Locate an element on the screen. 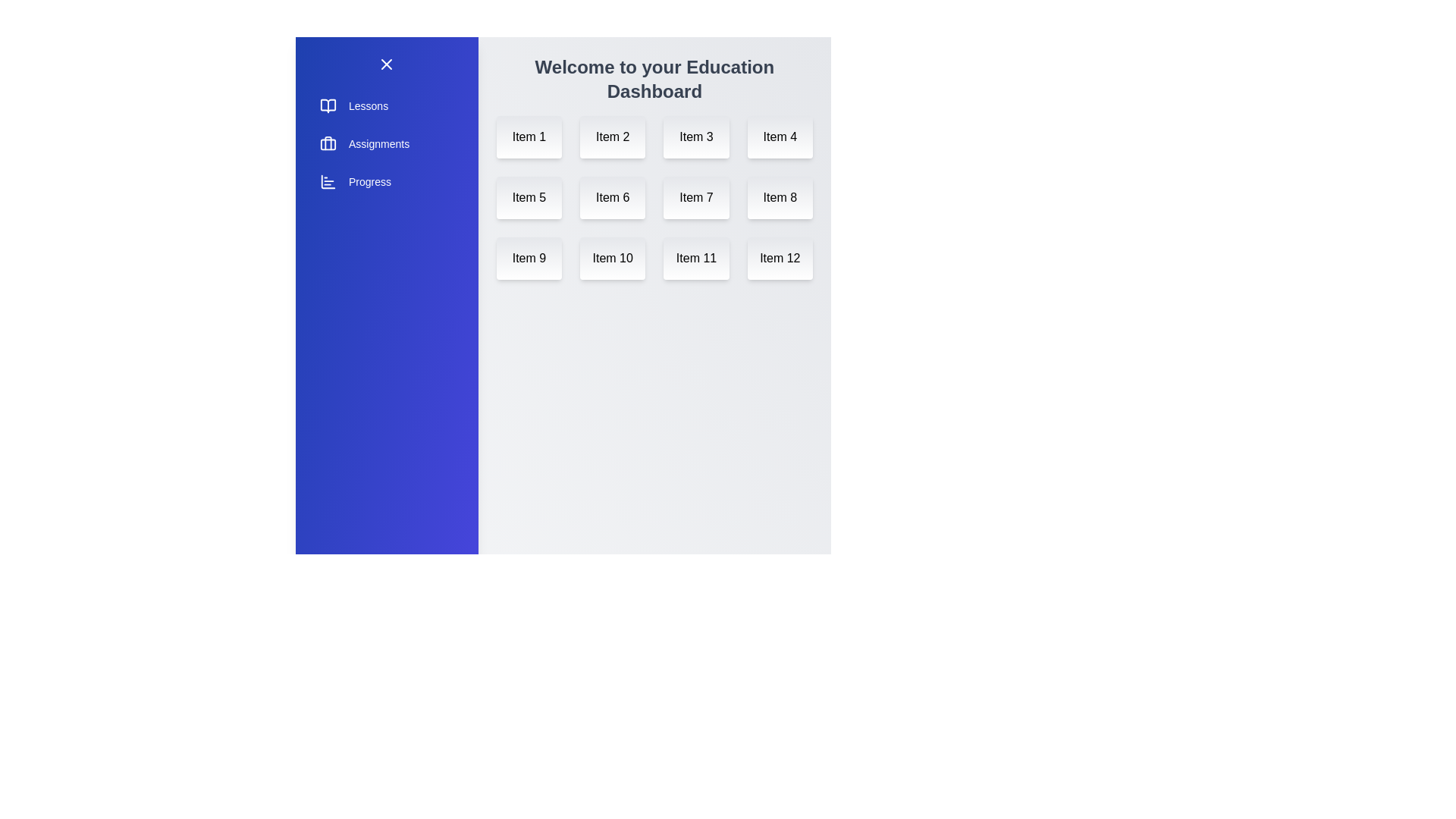 The image size is (1456, 819). menu button to toggle the sidebar is located at coordinates (387, 63).